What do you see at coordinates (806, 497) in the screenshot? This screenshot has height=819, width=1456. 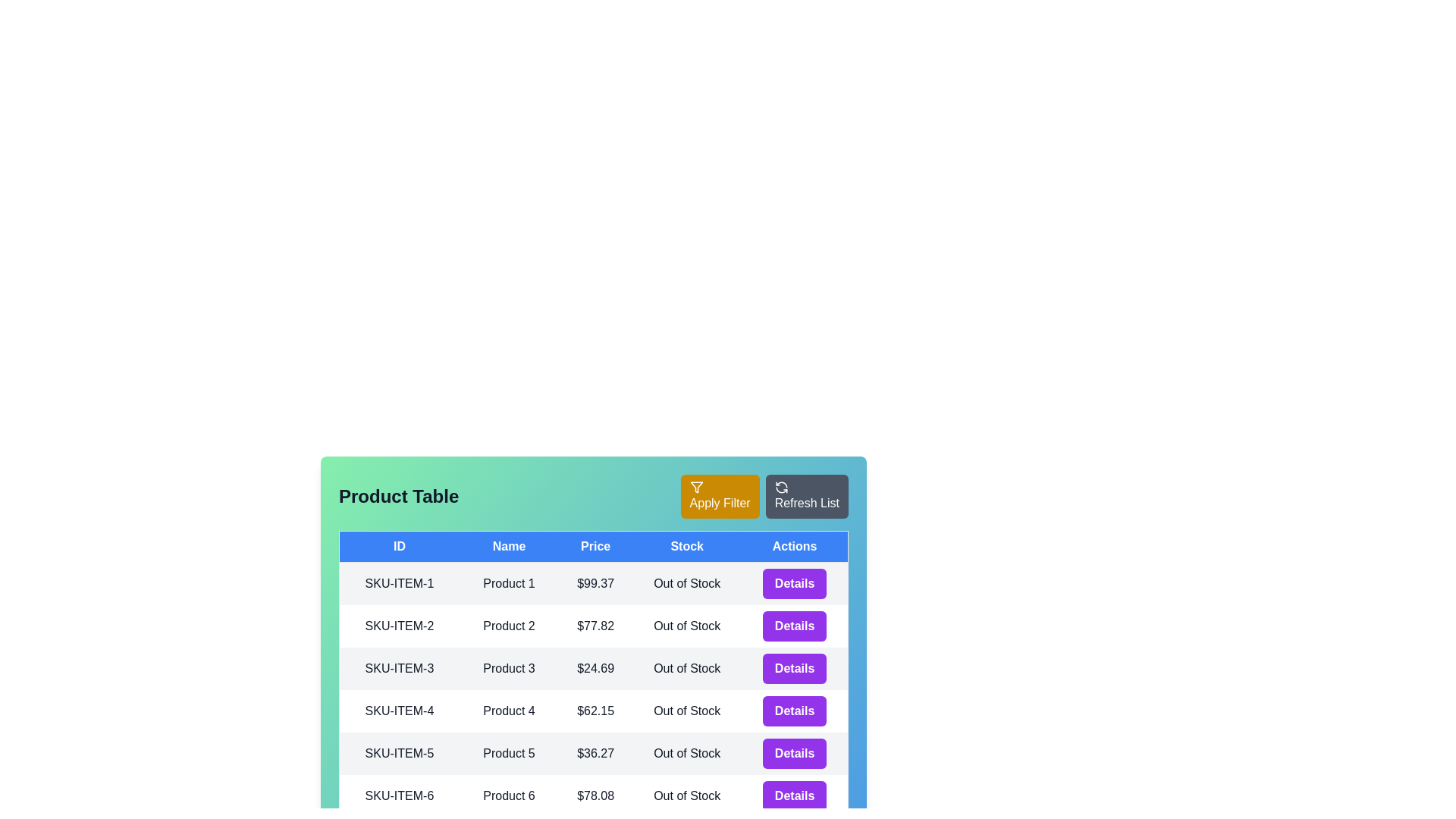 I see `the 'Refresh List' button to reload the product list` at bounding box center [806, 497].